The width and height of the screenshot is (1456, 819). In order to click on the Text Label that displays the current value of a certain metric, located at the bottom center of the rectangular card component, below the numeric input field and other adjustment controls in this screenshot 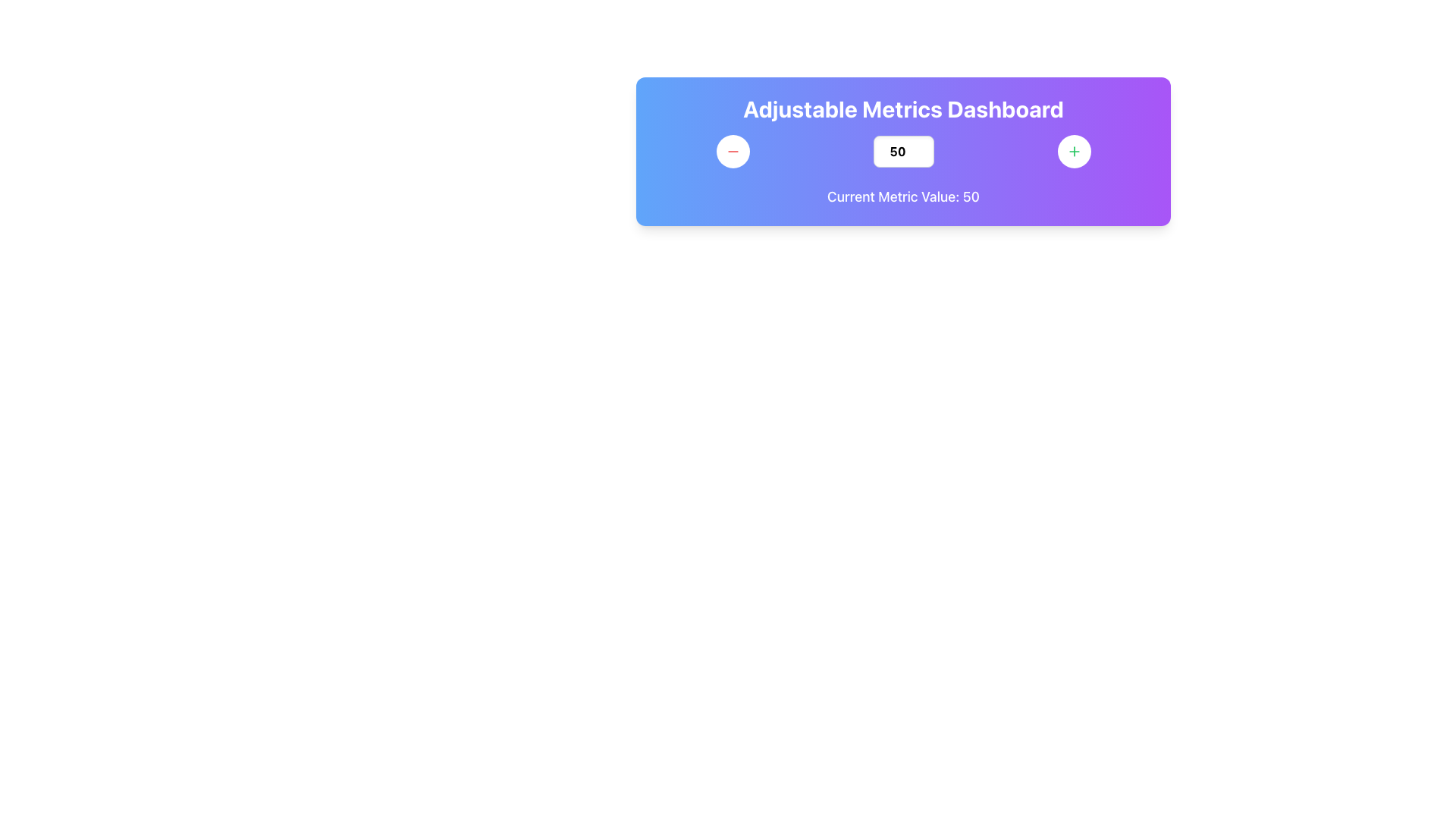, I will do `click(903, 196)`.